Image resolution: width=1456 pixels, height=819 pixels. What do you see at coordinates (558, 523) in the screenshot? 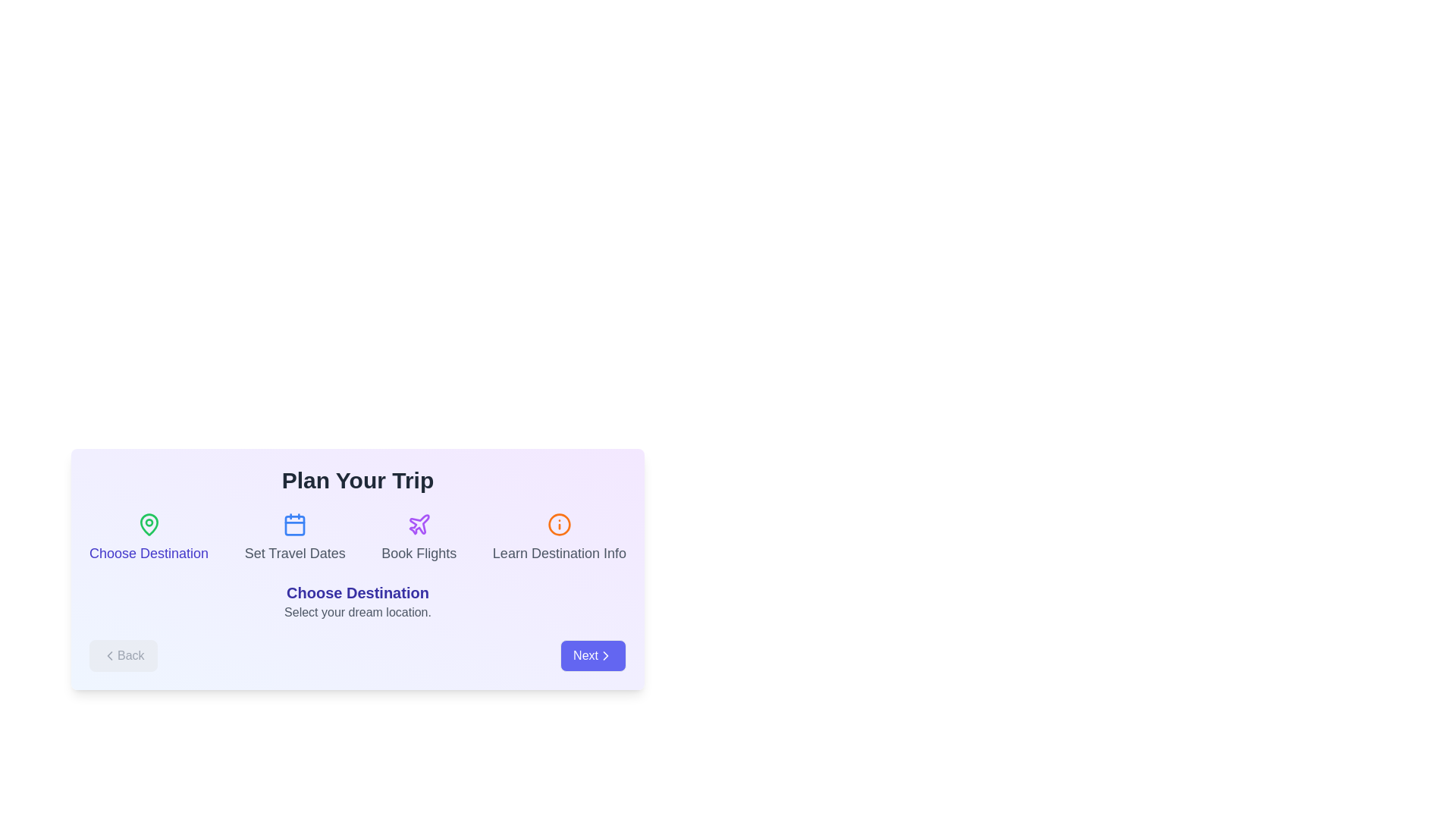
I see `the orange circular icon with an 'i' symbol inside, located above the text 'Learn Destination Info' under the heading 'Plan Your Trip'` at bounding box center [558, 523].